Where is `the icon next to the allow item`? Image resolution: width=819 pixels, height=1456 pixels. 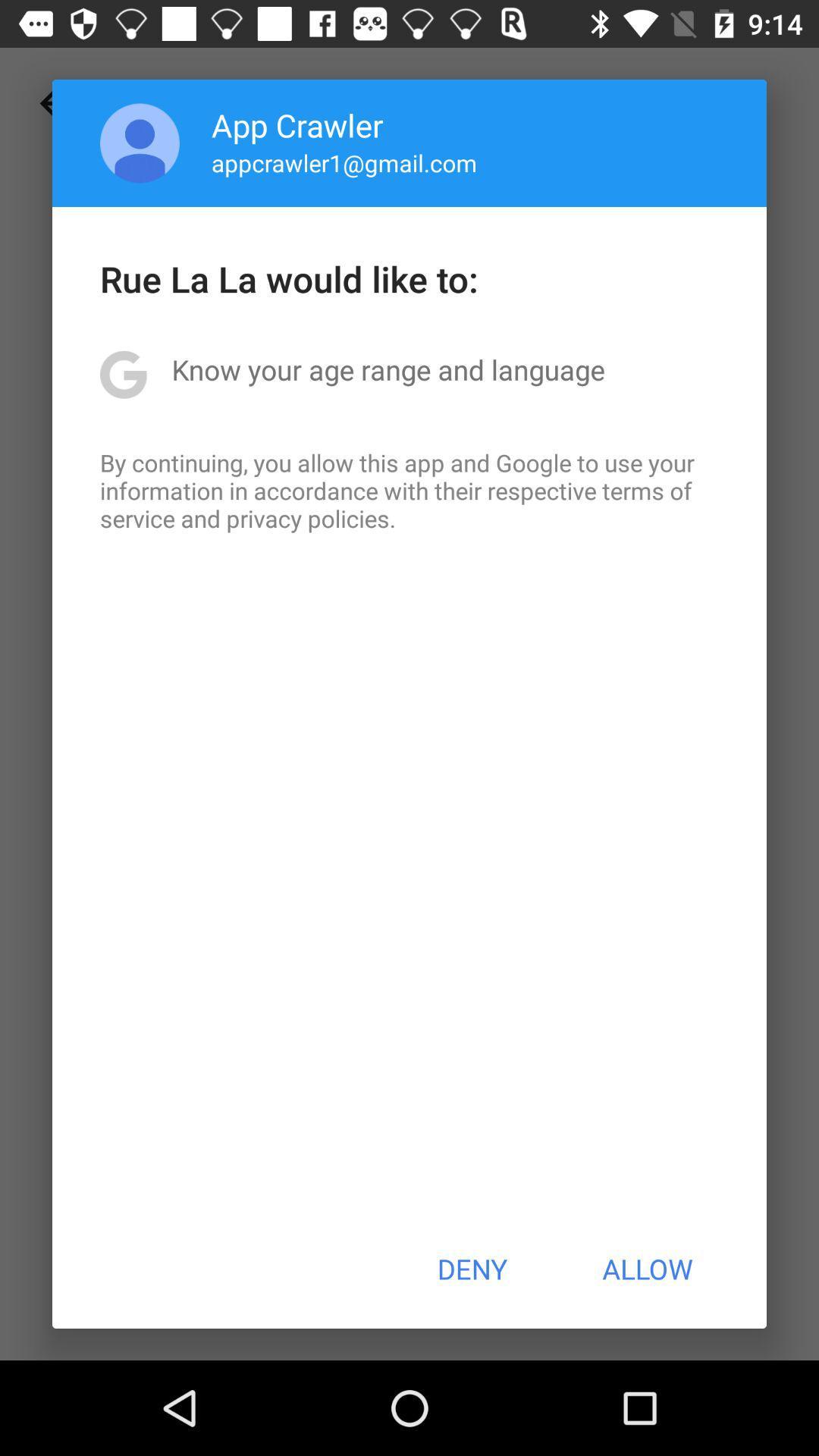 the icon next to the allow item is located at coordinates (471, 1269).